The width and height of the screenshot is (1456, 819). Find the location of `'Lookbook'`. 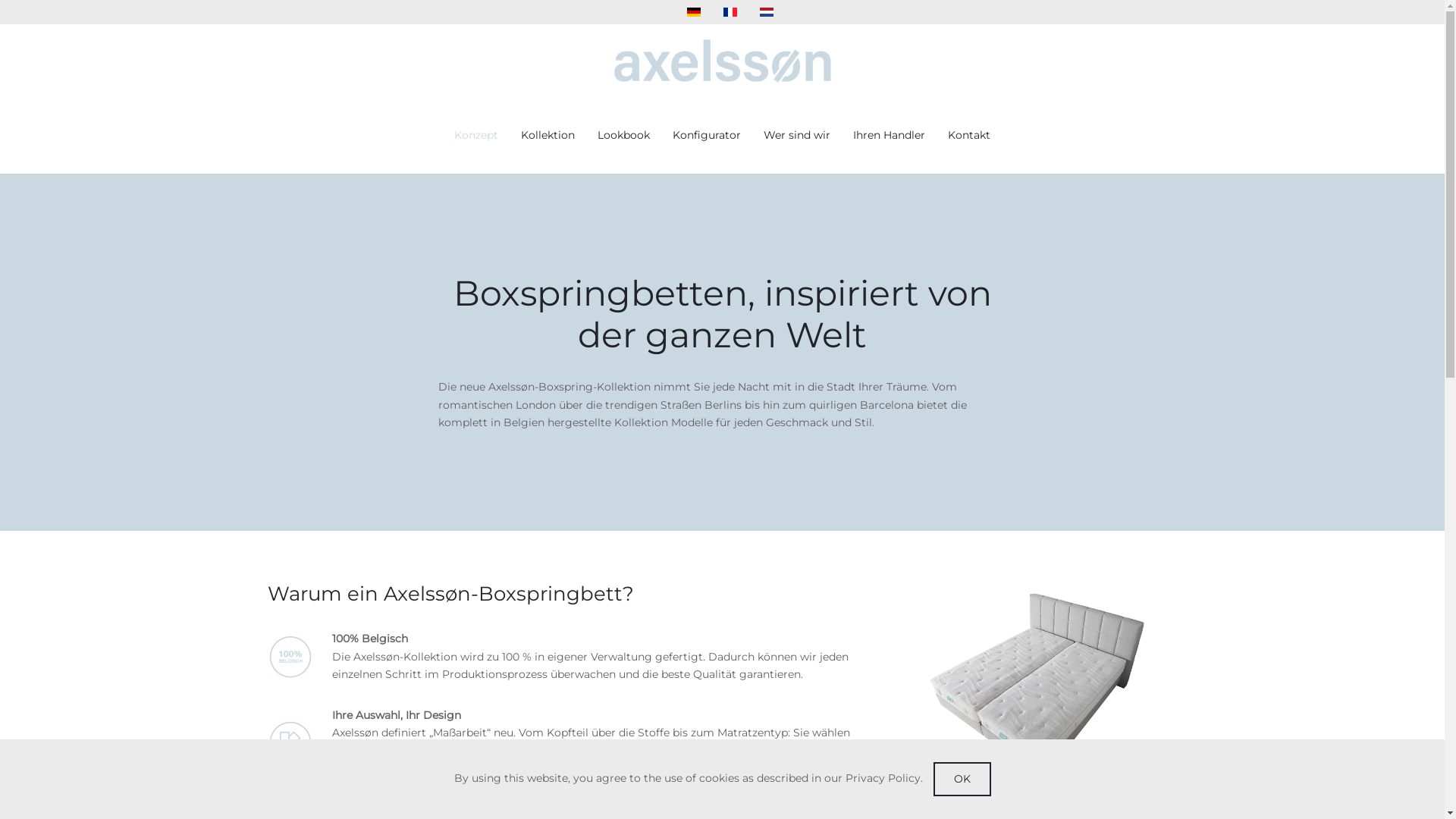

'Lookbook' is located at coordinates (623, 134).